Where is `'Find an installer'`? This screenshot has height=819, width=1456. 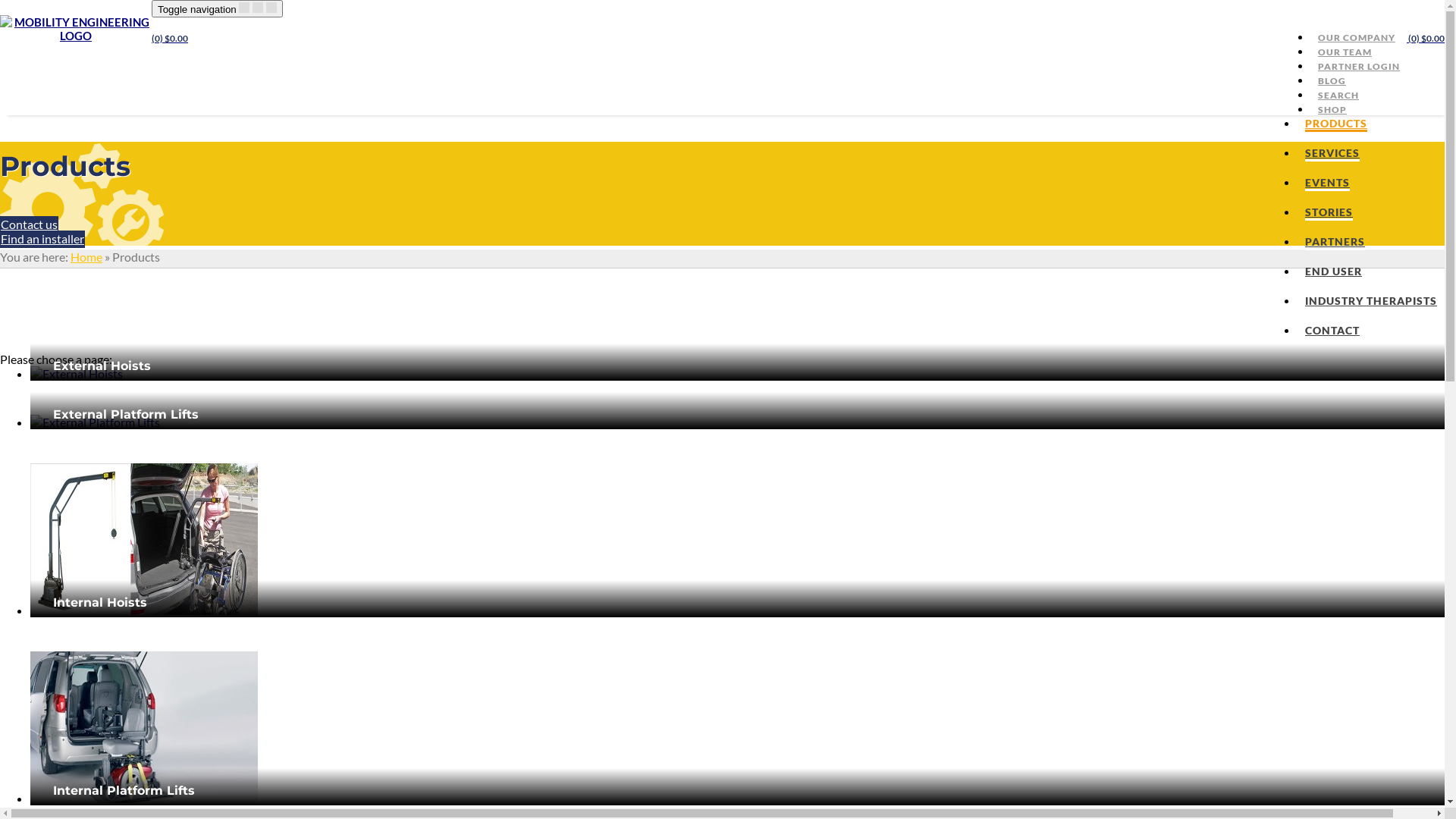 'Find an installer' is located at coordinates (42, 239).